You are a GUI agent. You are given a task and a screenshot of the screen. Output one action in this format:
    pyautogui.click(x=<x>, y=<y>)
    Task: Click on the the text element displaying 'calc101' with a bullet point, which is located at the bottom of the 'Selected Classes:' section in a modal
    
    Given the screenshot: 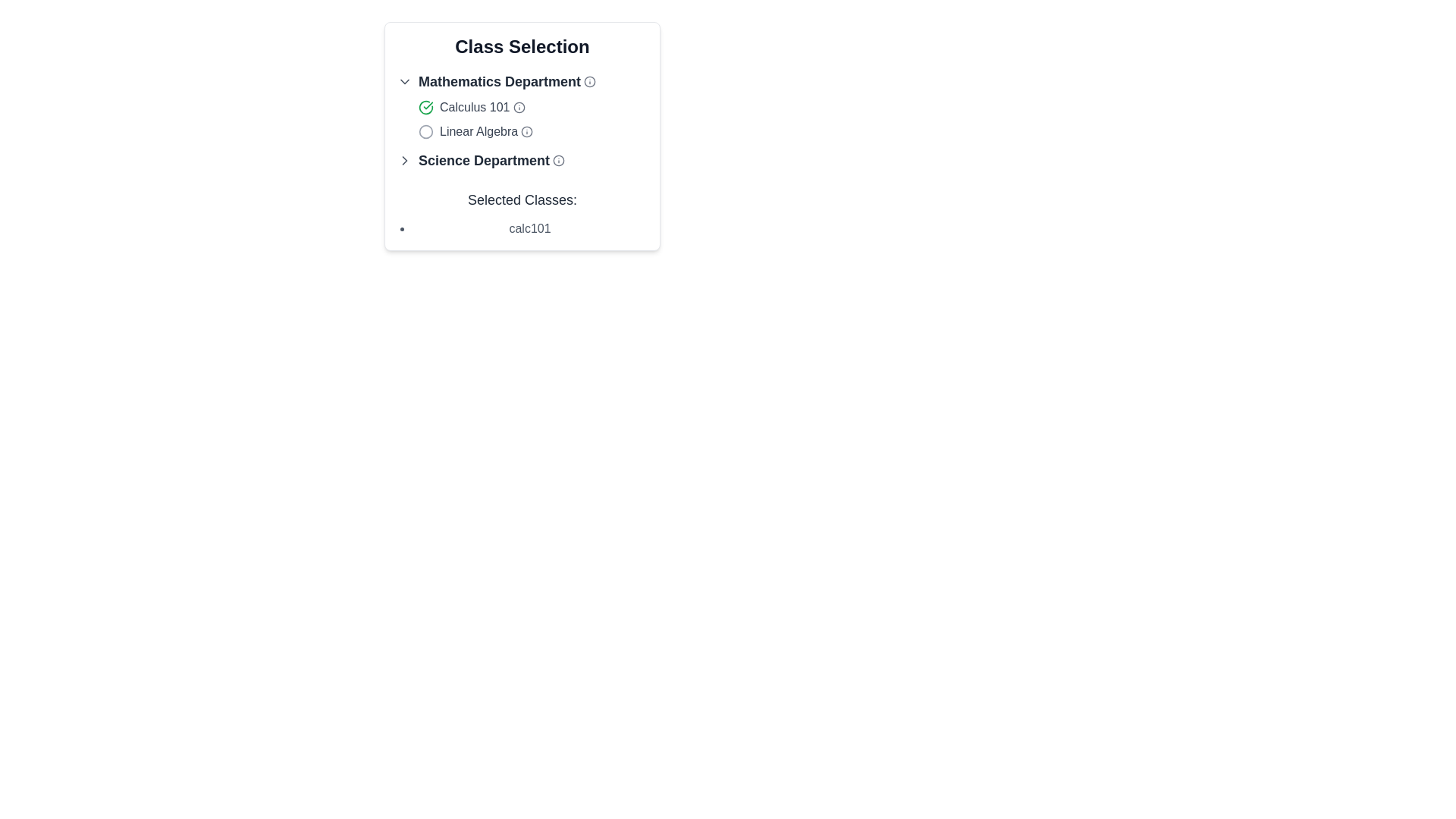 What is the action you would take?
    pyautogui.click(x=522, y=228)
    